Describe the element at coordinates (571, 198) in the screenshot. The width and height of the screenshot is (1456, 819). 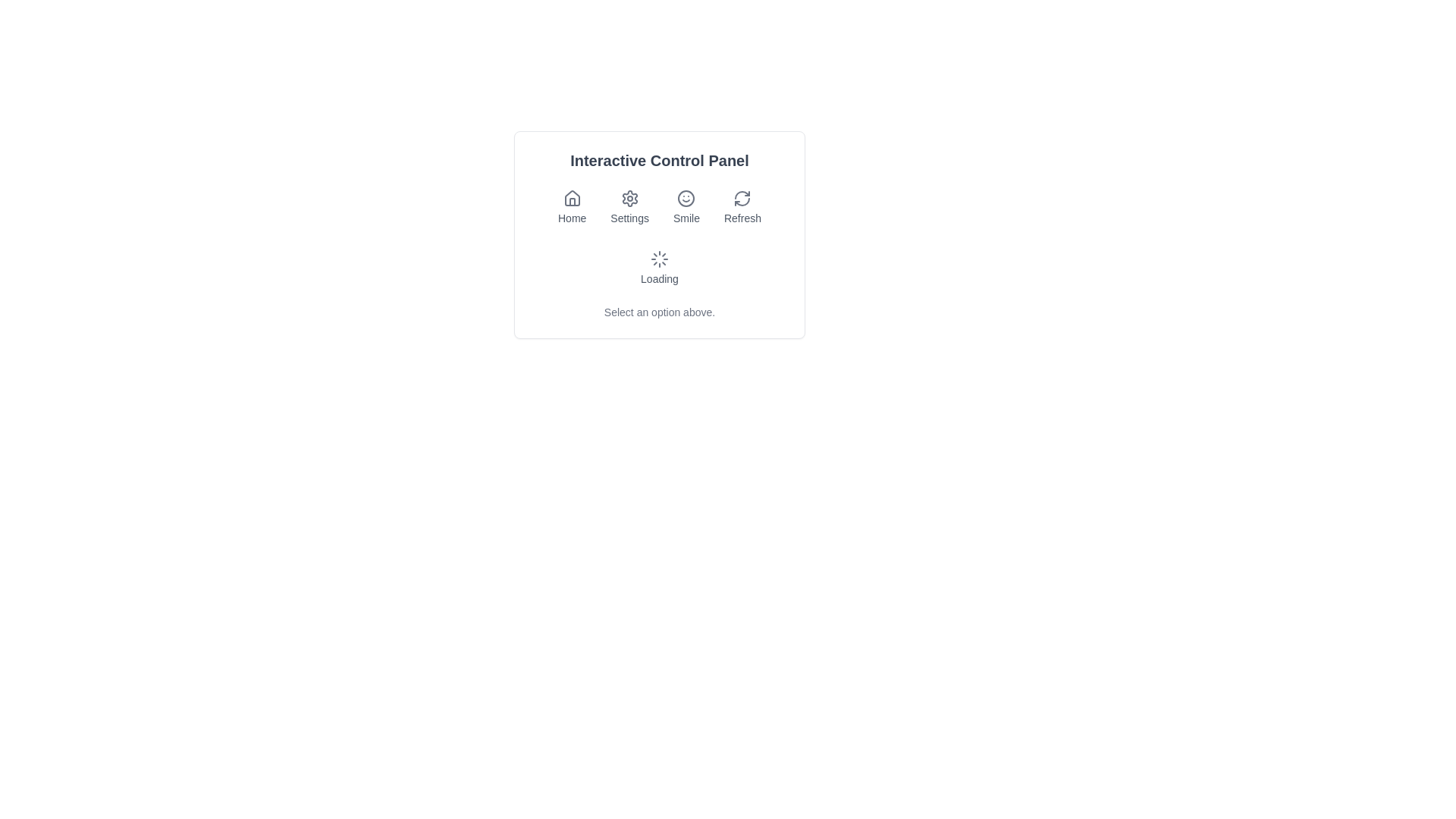
I see `the home icon` at that location.